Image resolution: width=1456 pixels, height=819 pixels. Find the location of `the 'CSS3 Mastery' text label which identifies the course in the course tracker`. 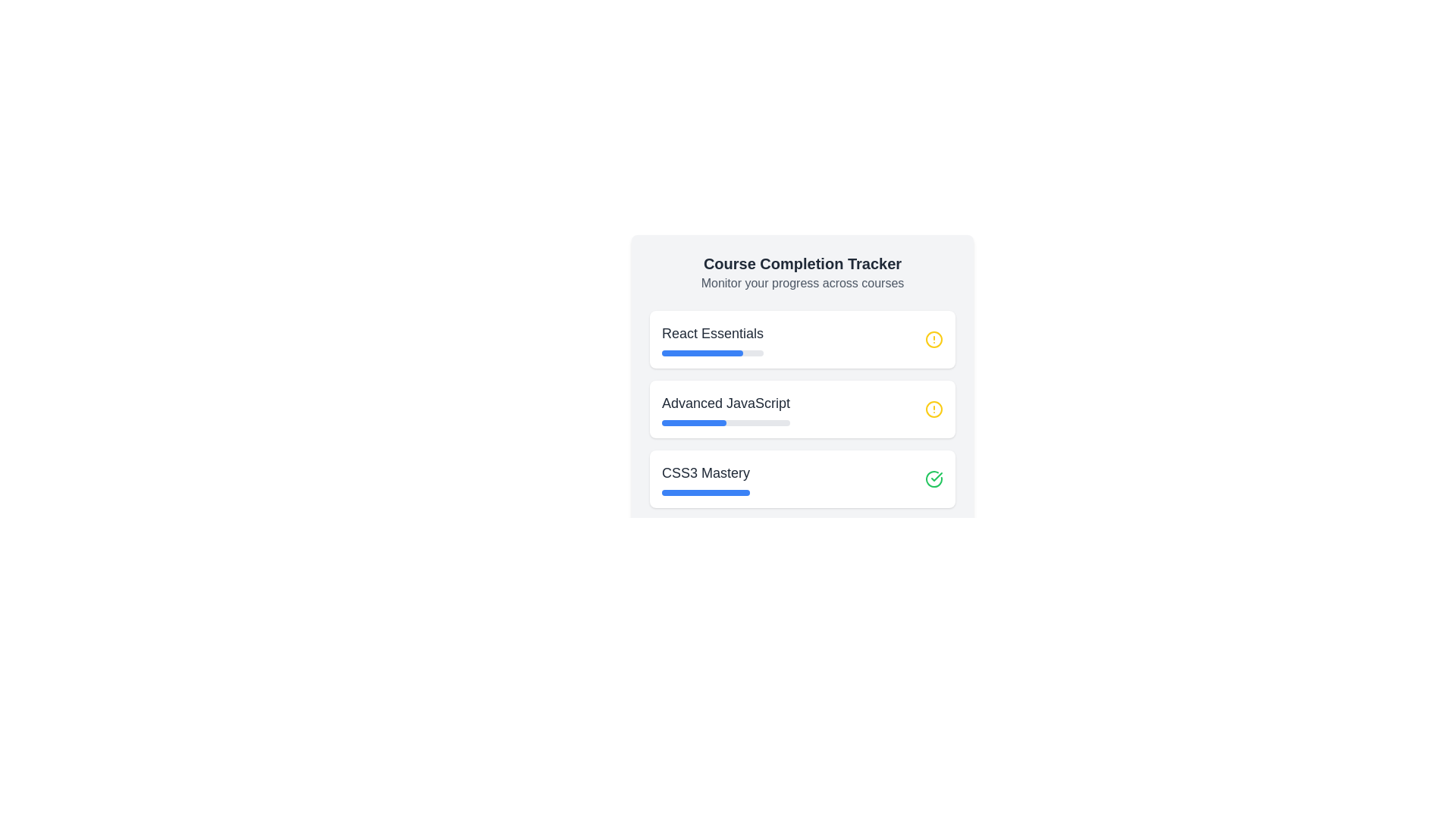

the 'CSS3 Mastery' text label which identifies the course in the course tracker is located at coordinates (705, 479).